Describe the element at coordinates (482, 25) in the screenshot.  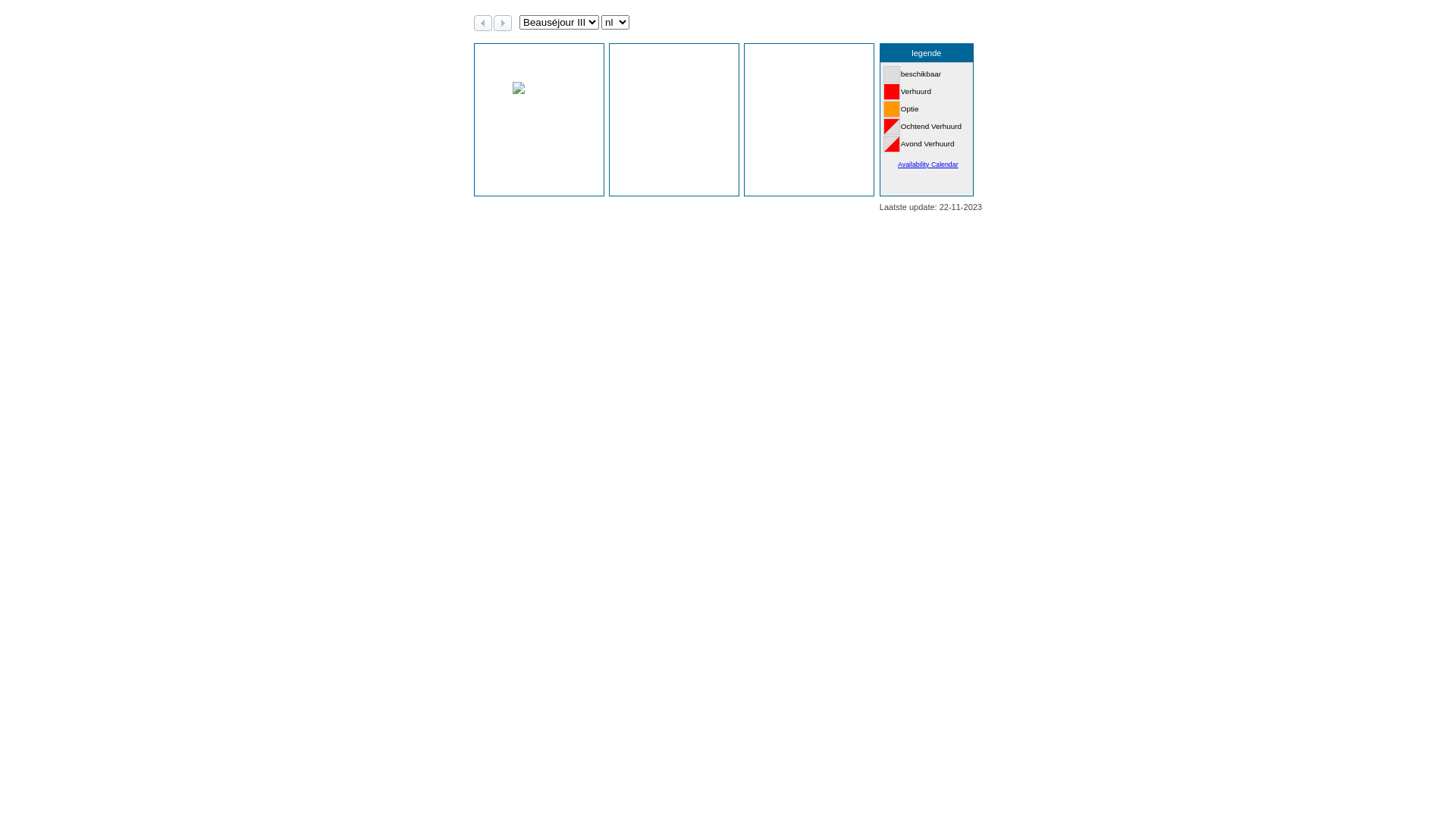
I see `'vorige maanden'` at that location.